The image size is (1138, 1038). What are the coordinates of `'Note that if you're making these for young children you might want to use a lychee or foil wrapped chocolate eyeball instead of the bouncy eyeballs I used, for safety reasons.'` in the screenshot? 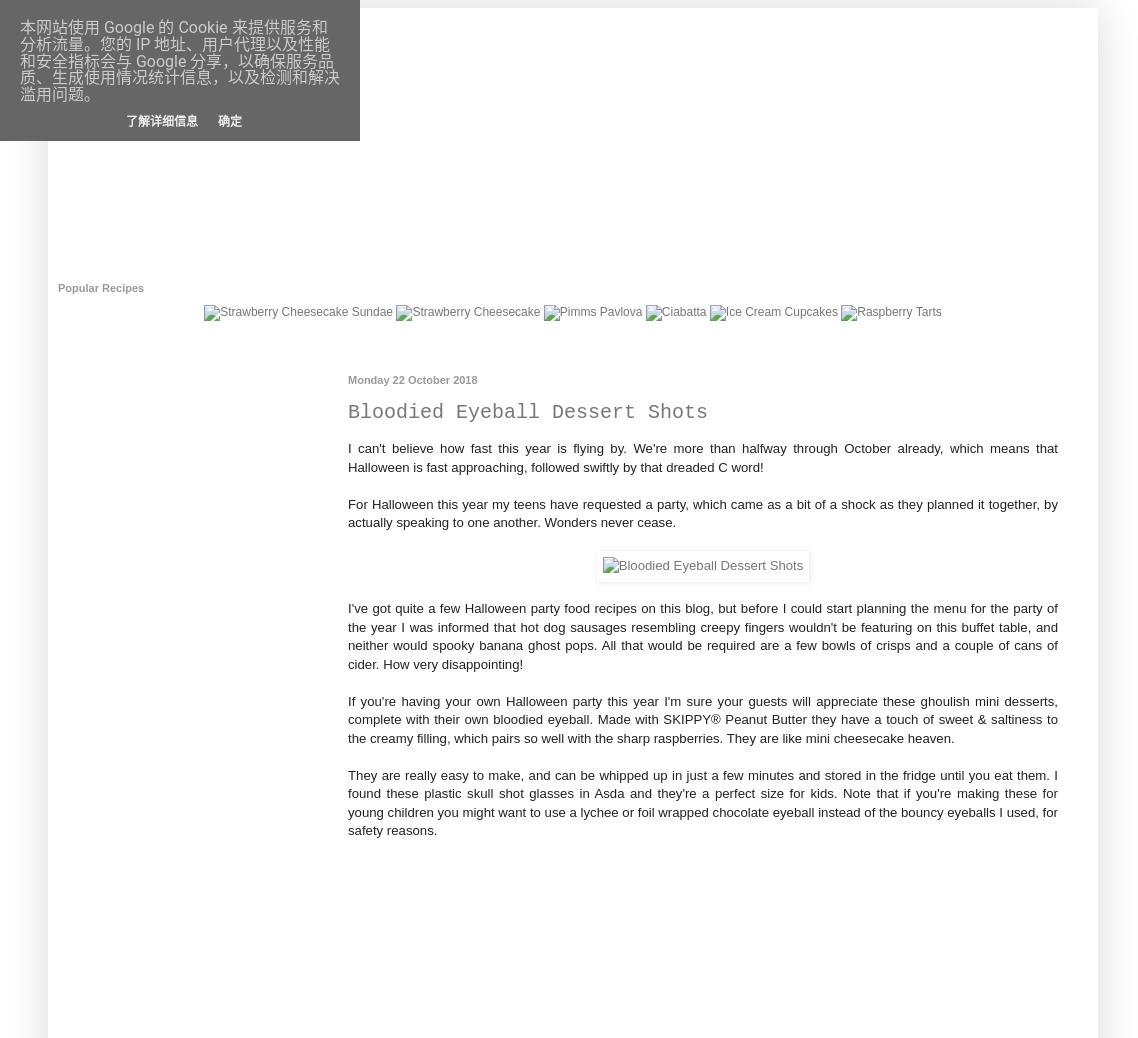 It's located at (703, 812).